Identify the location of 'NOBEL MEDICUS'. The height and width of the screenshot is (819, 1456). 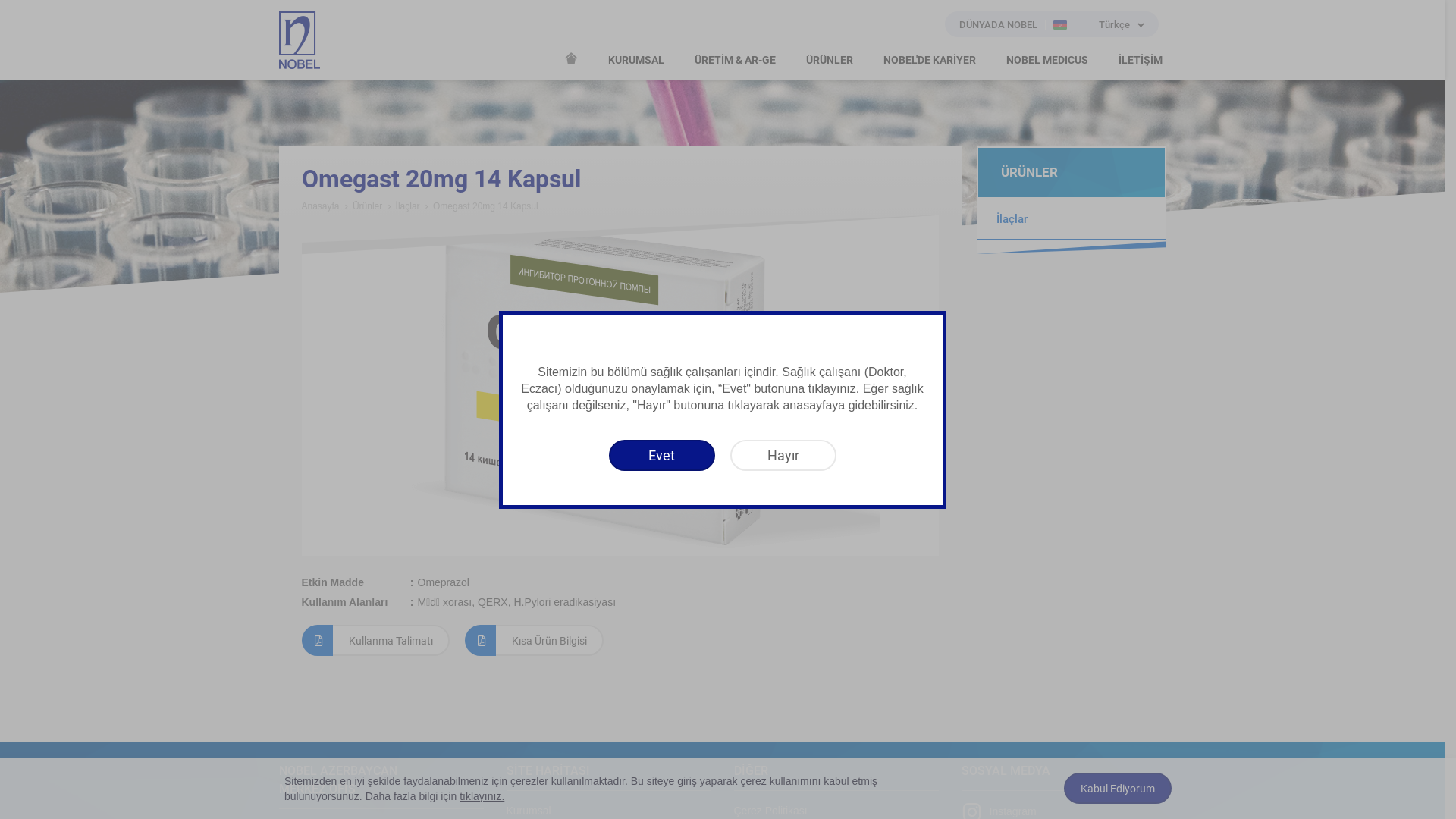
(1046, 60).